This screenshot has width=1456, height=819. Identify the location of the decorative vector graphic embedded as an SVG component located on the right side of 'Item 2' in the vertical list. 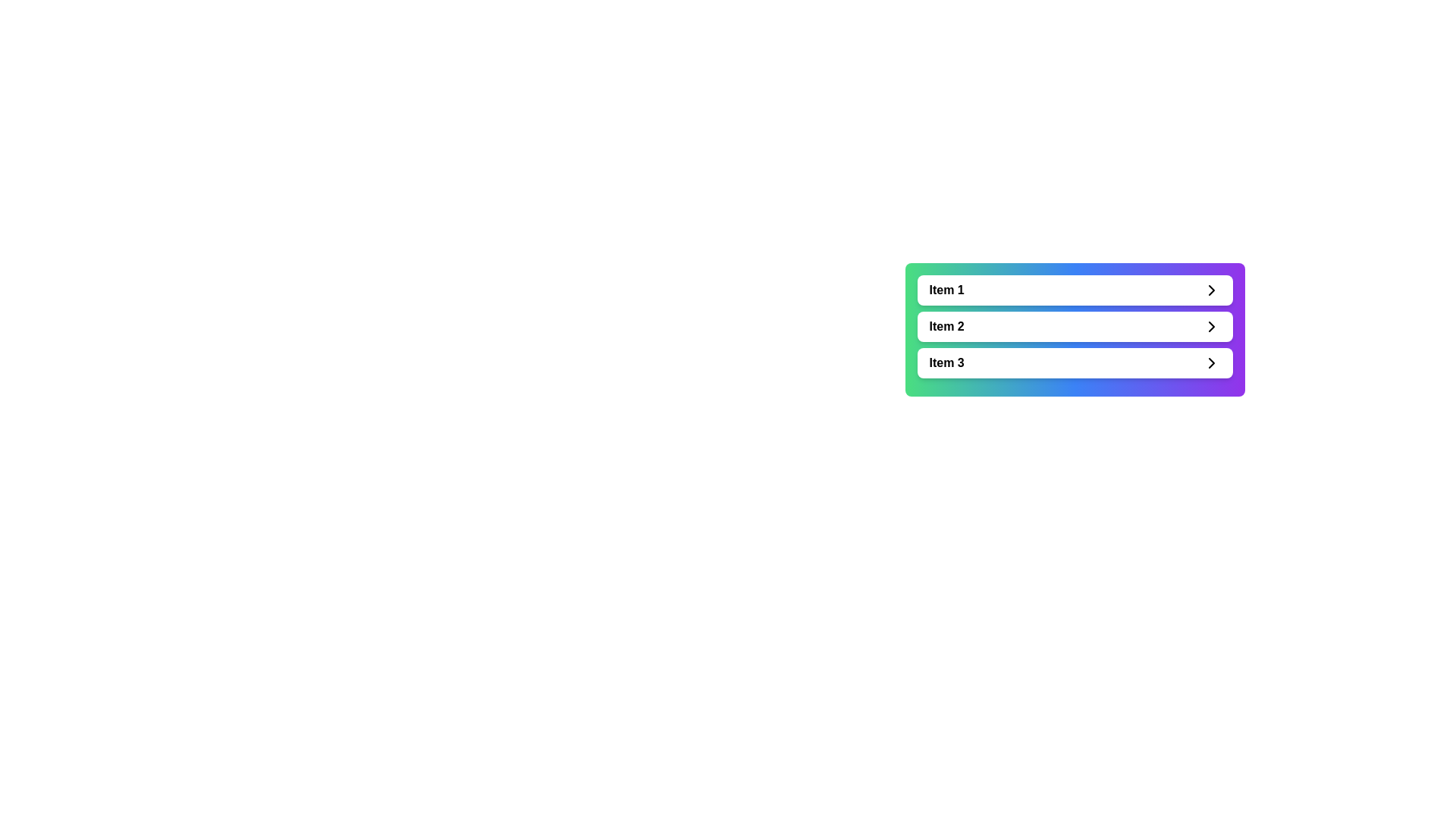
(1210, 326).